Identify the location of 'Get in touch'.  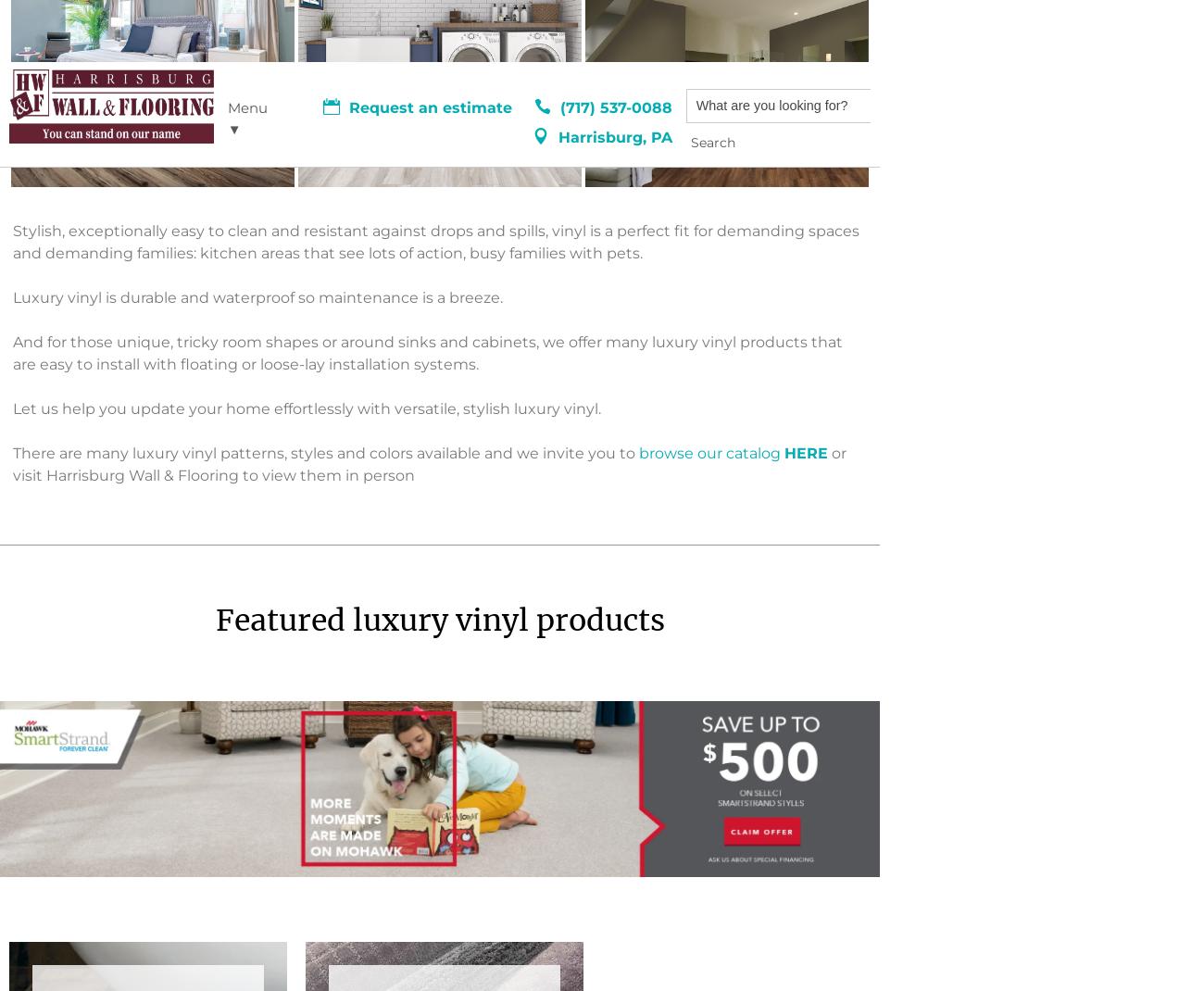
(427, 686).